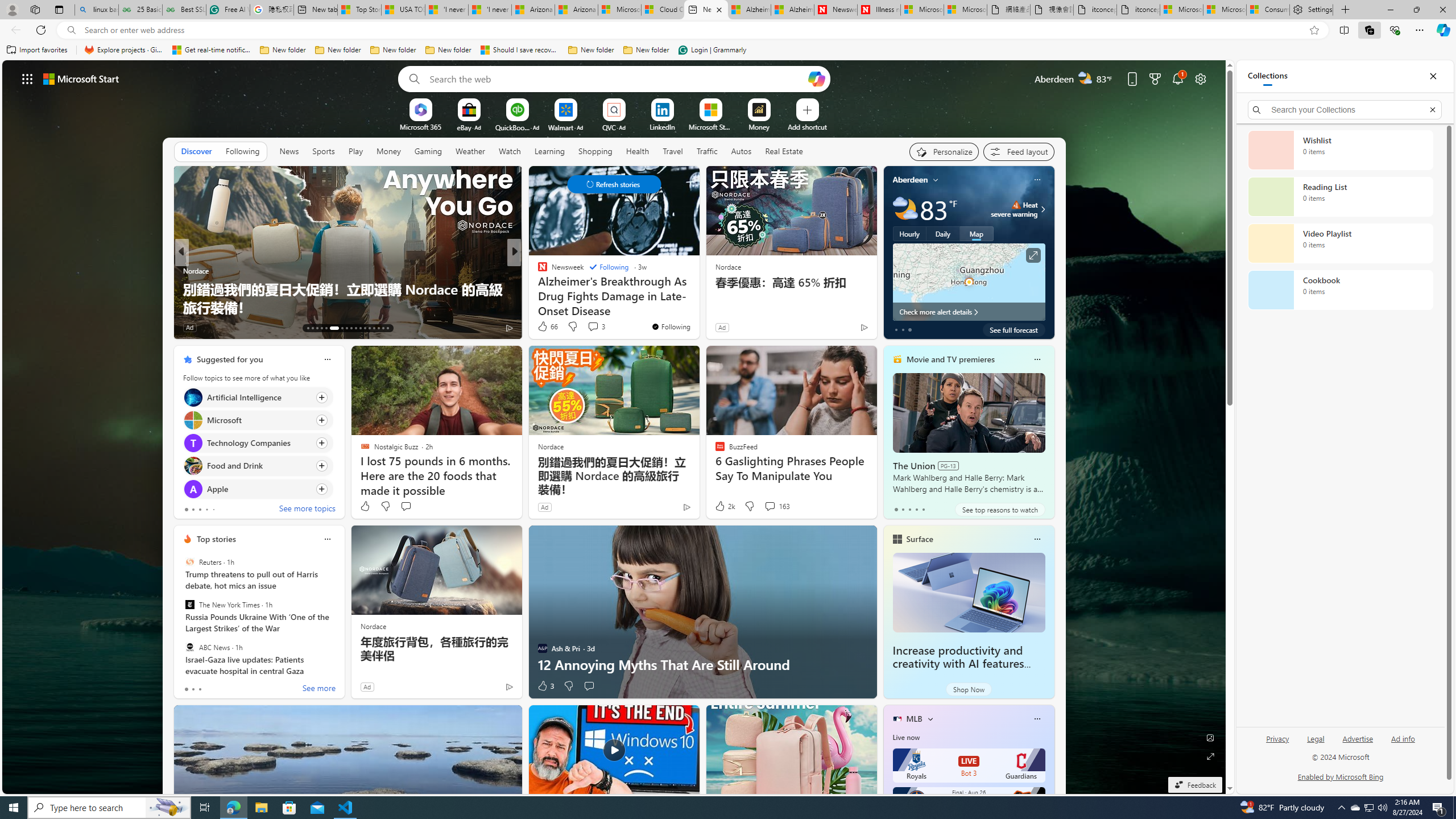  What do you see at coordinates (1017, 152) in the screenshot?
I see `'Feed settings'` at bounding box center [1017, 152].